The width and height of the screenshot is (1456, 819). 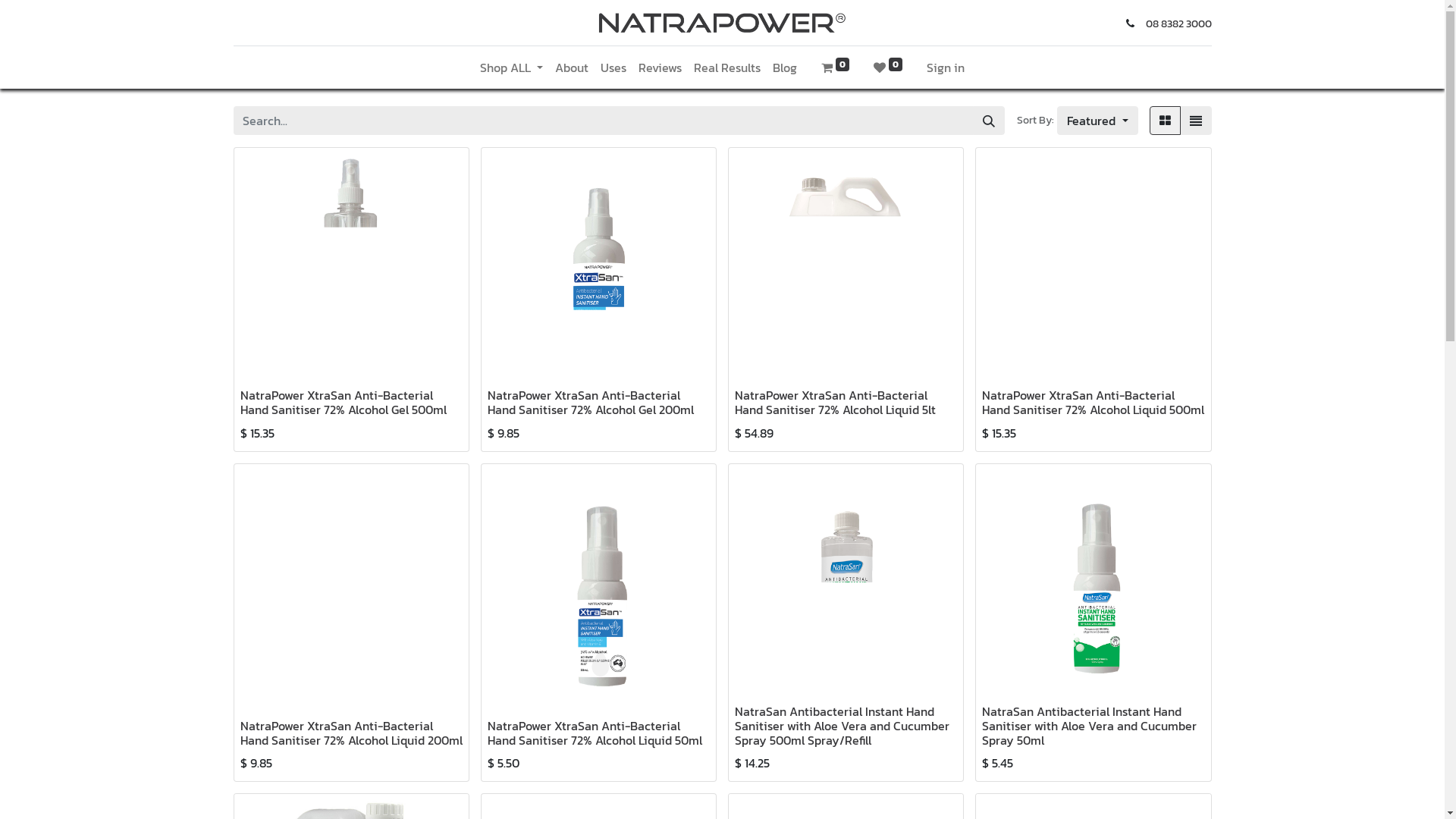 What do you see at coordinates (570, 66) in the screenshot?
I see `'About'` at bounding box center [570, 66].